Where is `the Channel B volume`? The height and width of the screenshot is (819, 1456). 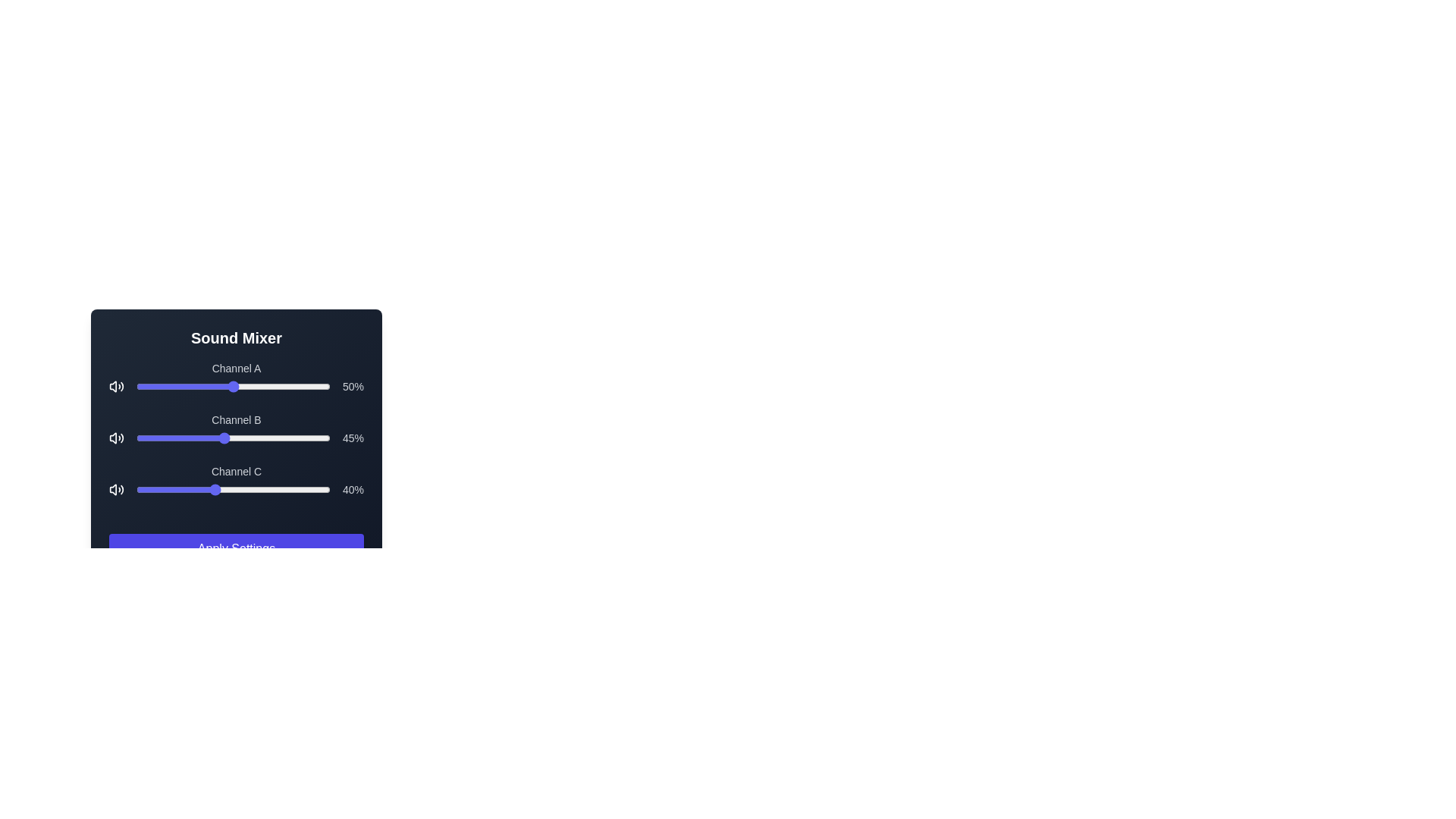
the Channel B volume is located at coordinates (264, 438).